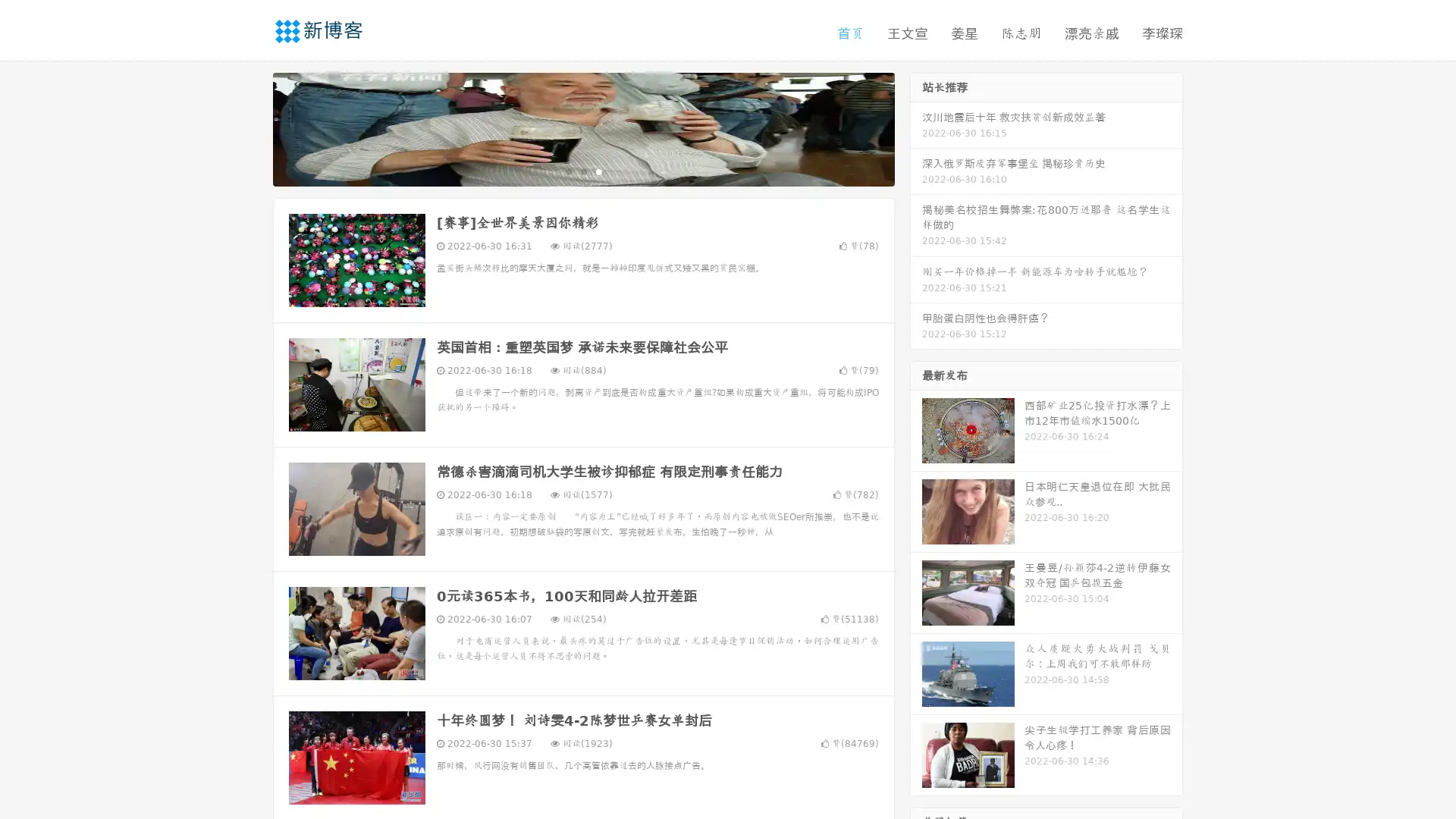 Image resolution: width=1456 pixels, height=819 pixels. What do you see at coordinates (567, 171) in the screenshot?
I see `Go to slide 1` at bounding box center [567, 171].